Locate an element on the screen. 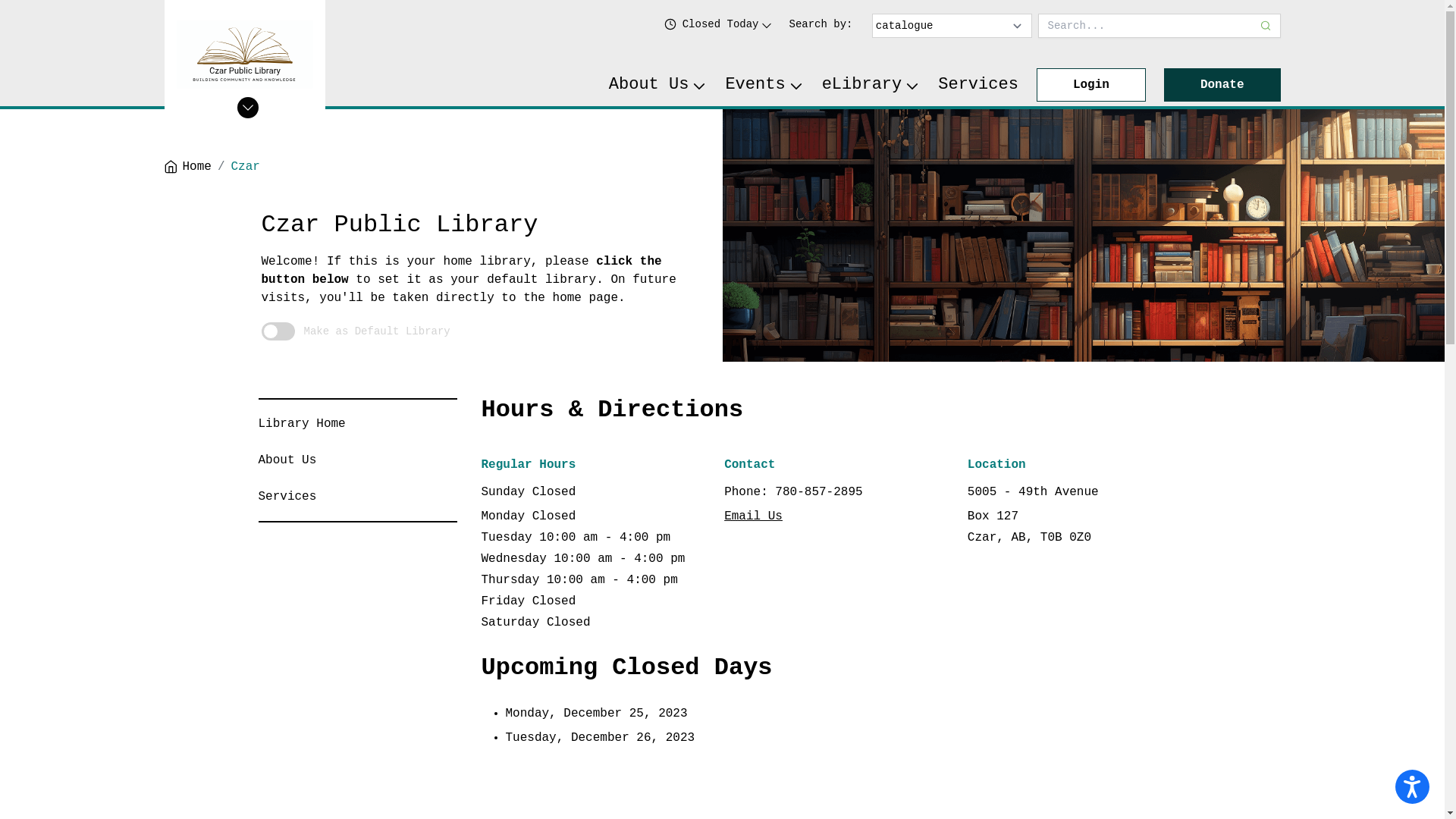  'Email Us' is located at coordinates (753, 516).